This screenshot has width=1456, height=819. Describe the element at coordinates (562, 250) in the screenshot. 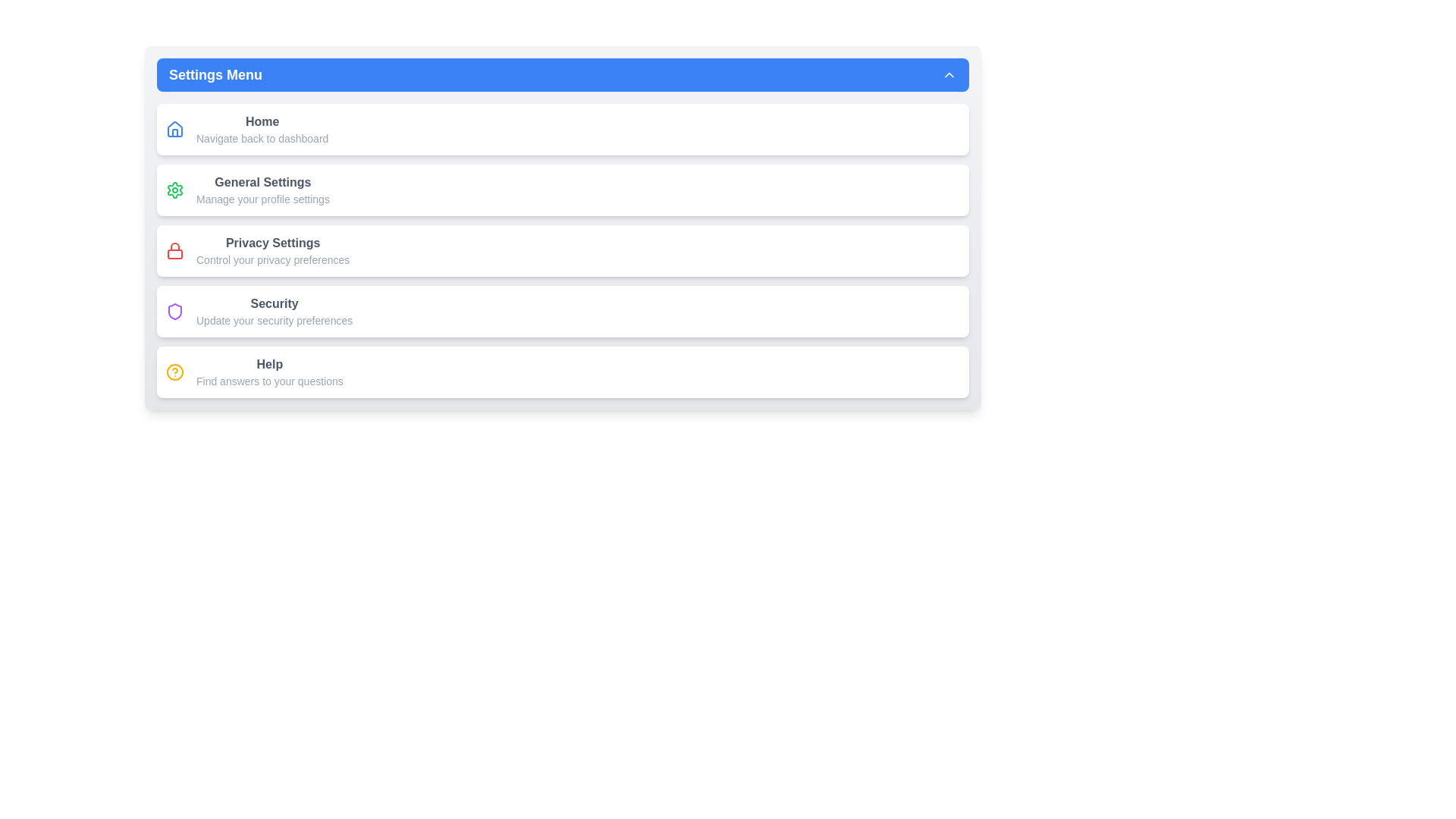

I see `the third Button-like list entry in the 'Settings Menu'` at that location.